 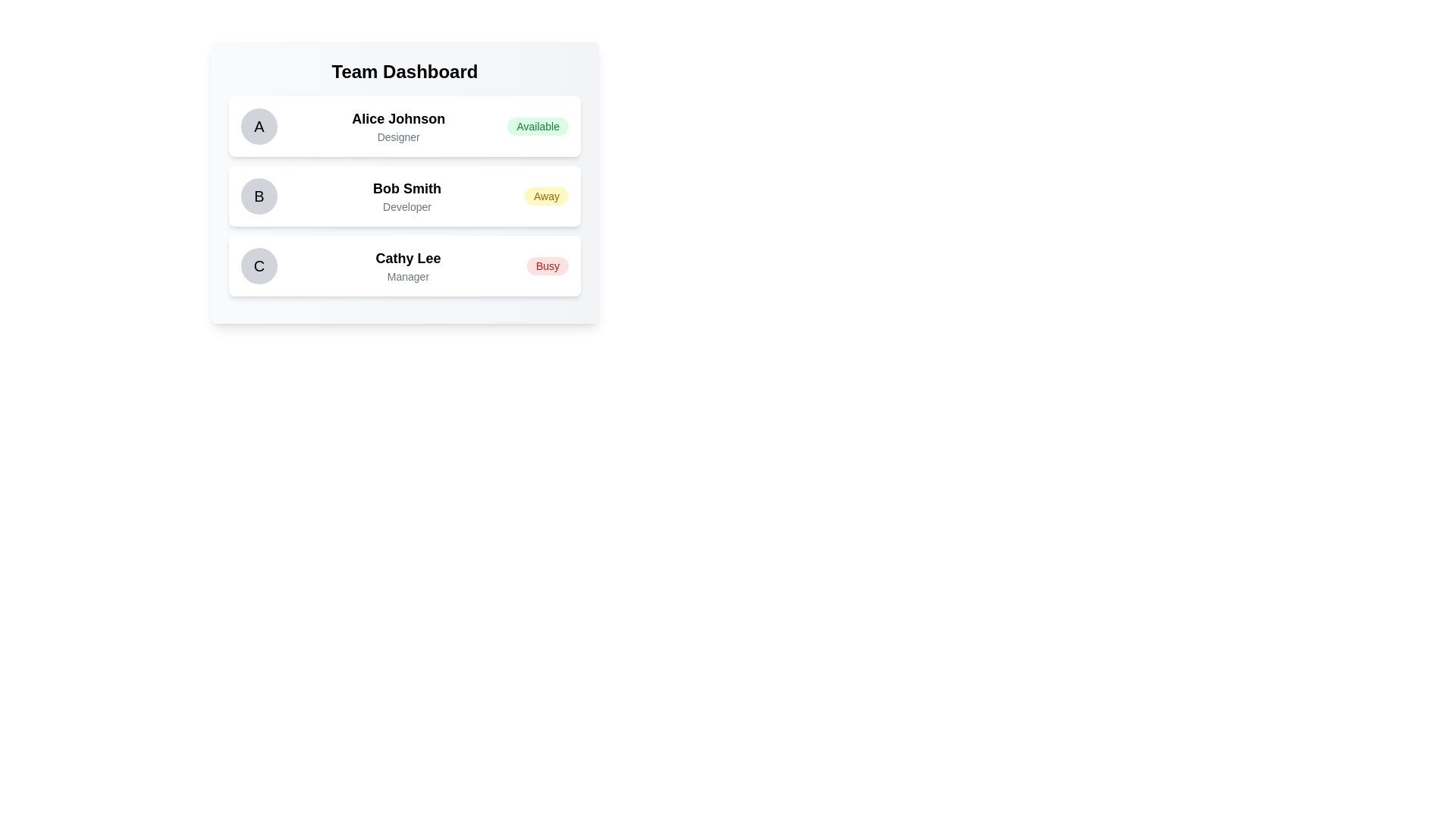 I want to click on the static text label that displays 'Developer', located beneath 'Bob Smith' in the second card of a vertical list within section 'B', so click(x=407, y=207).